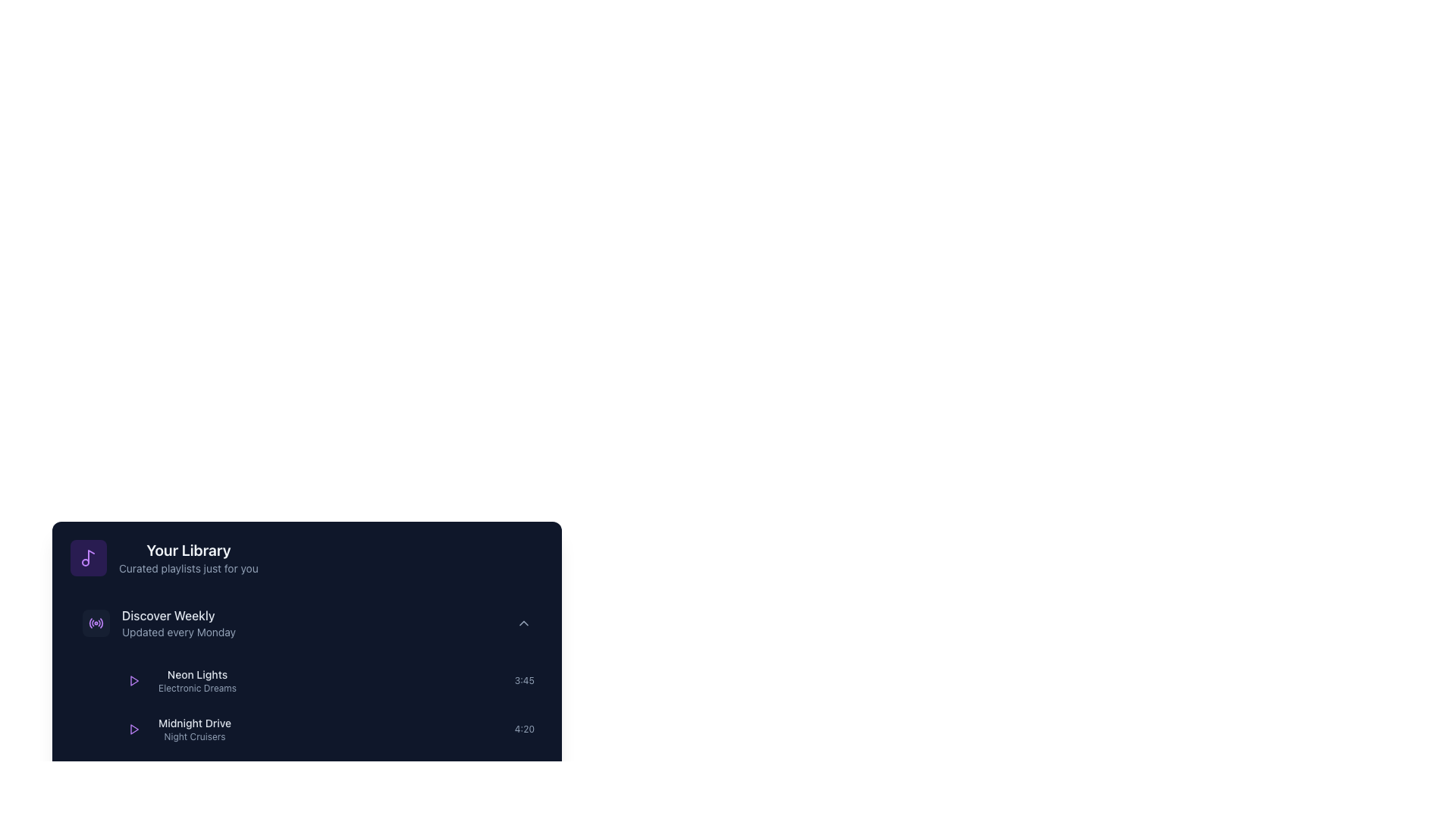  Describe the element at coordinates (524, 728) in the screenshot. I see `the text label displaying the duration '4:20' located at the bottom-right corner of the music playlist card adjacent to the song title 'Midnight Drive' by 'Night Cruisers'` at that location.